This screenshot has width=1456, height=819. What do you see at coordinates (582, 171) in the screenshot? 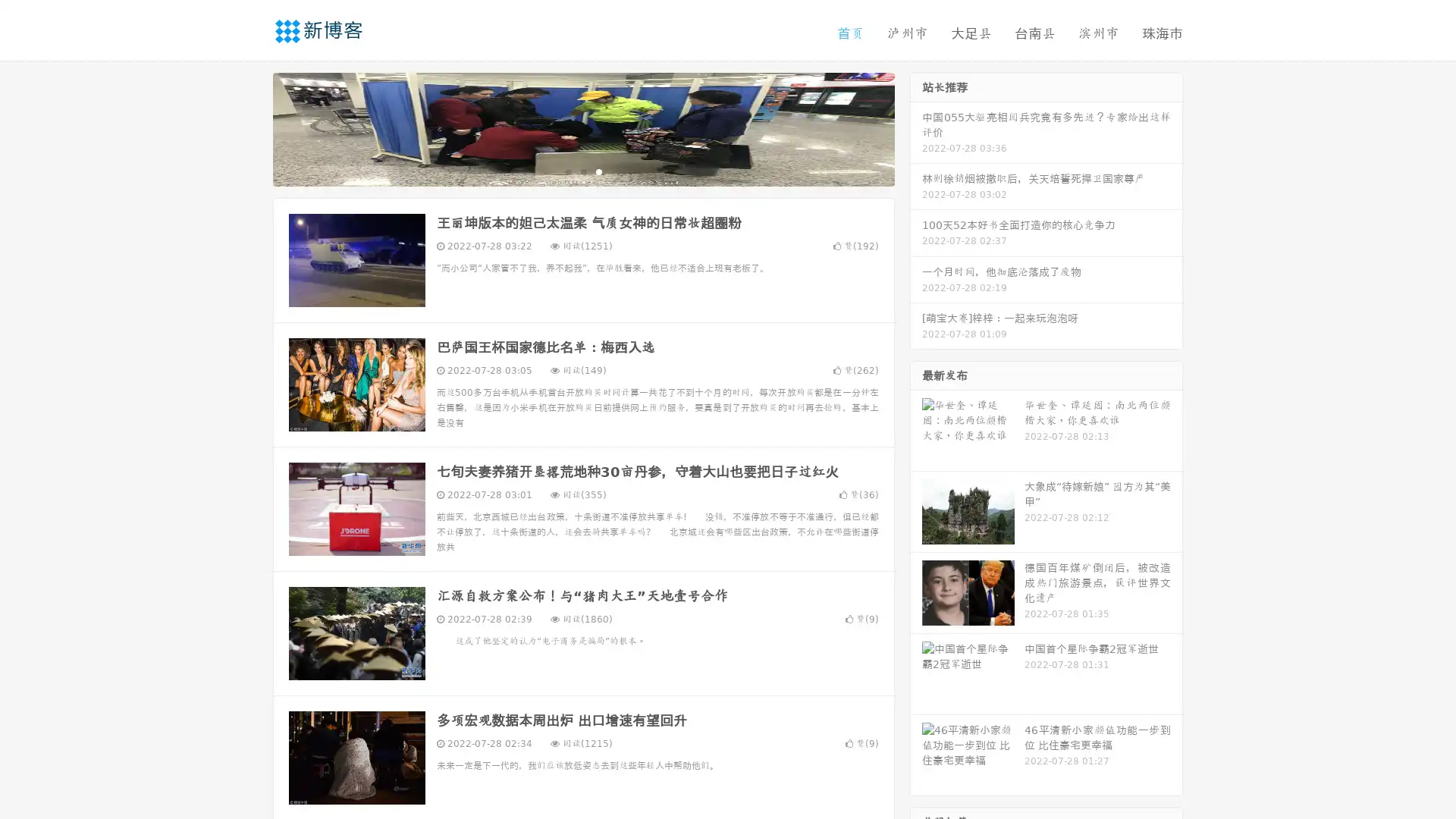
I see `Go to slide 2` at bounding box center [582, 171].